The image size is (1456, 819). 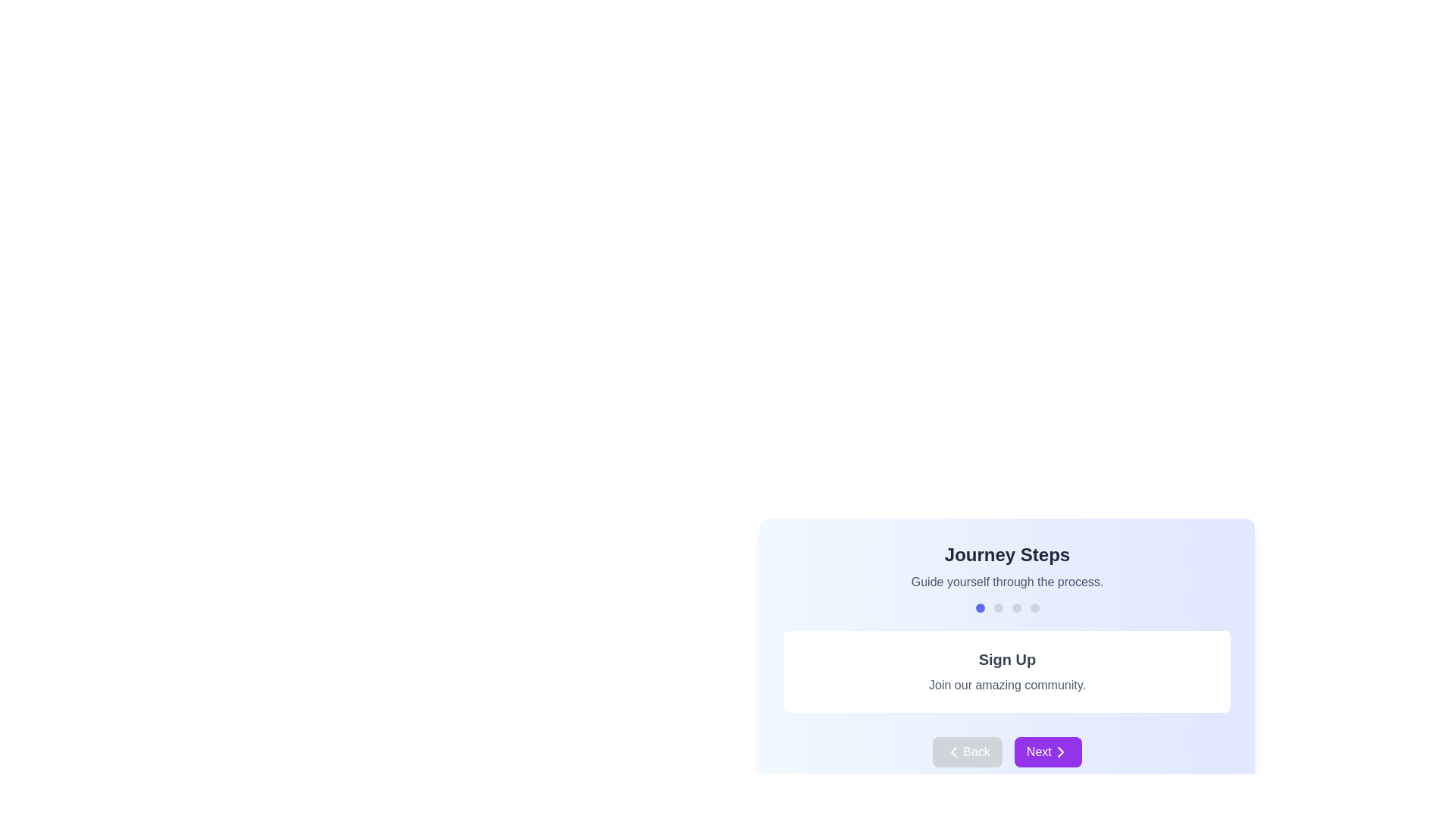 I want to click on the Text block with a call-to-action that says 'Sign Up' in bold and 'Join our amazing community.' in a smaller font, located in the lower central part of the interface, so click(x=1007, y=671).